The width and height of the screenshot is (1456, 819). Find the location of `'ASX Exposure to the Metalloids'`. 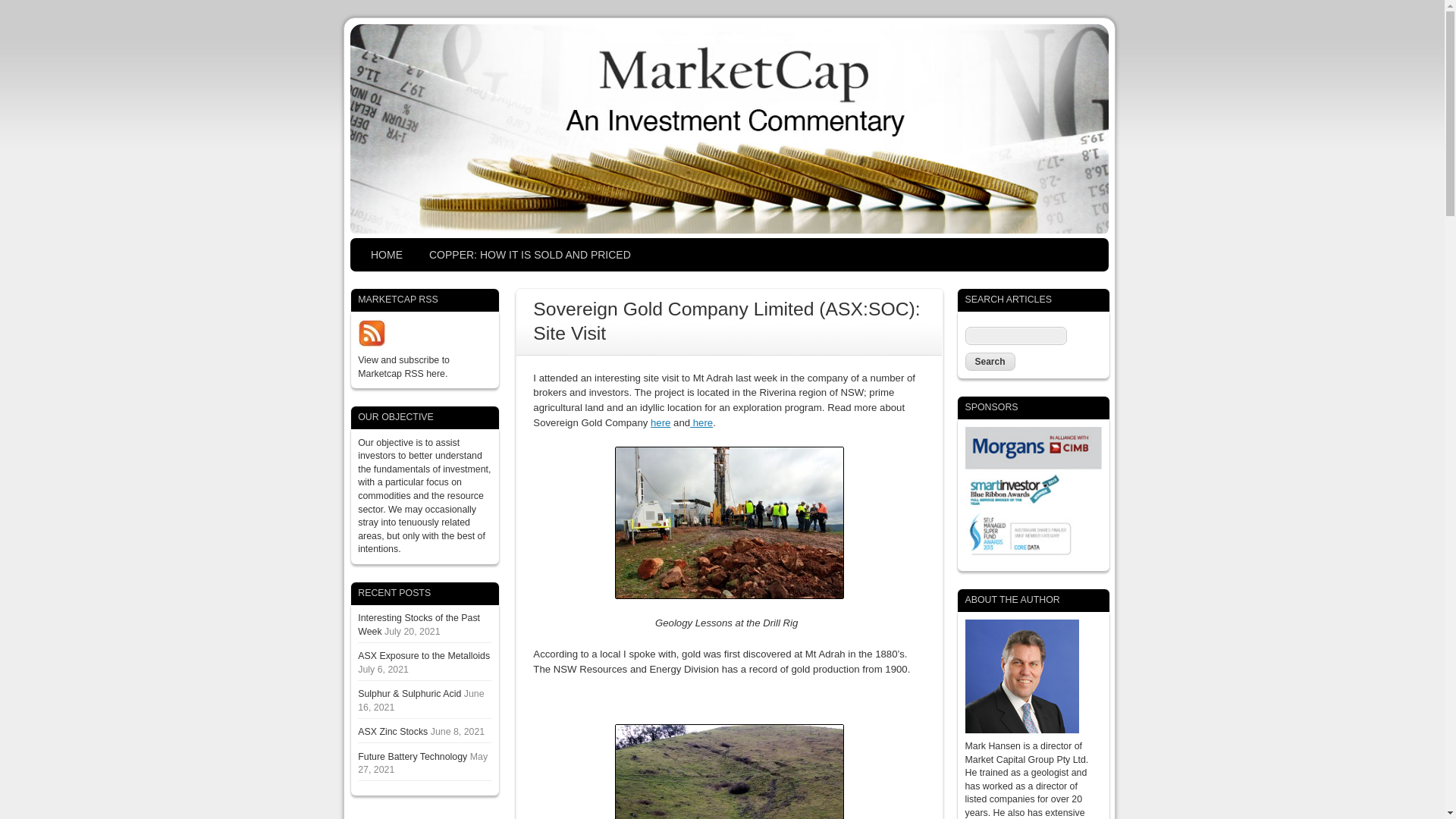

'ASX Exposure to the Metalloids' is located at coordinates (423, 654).